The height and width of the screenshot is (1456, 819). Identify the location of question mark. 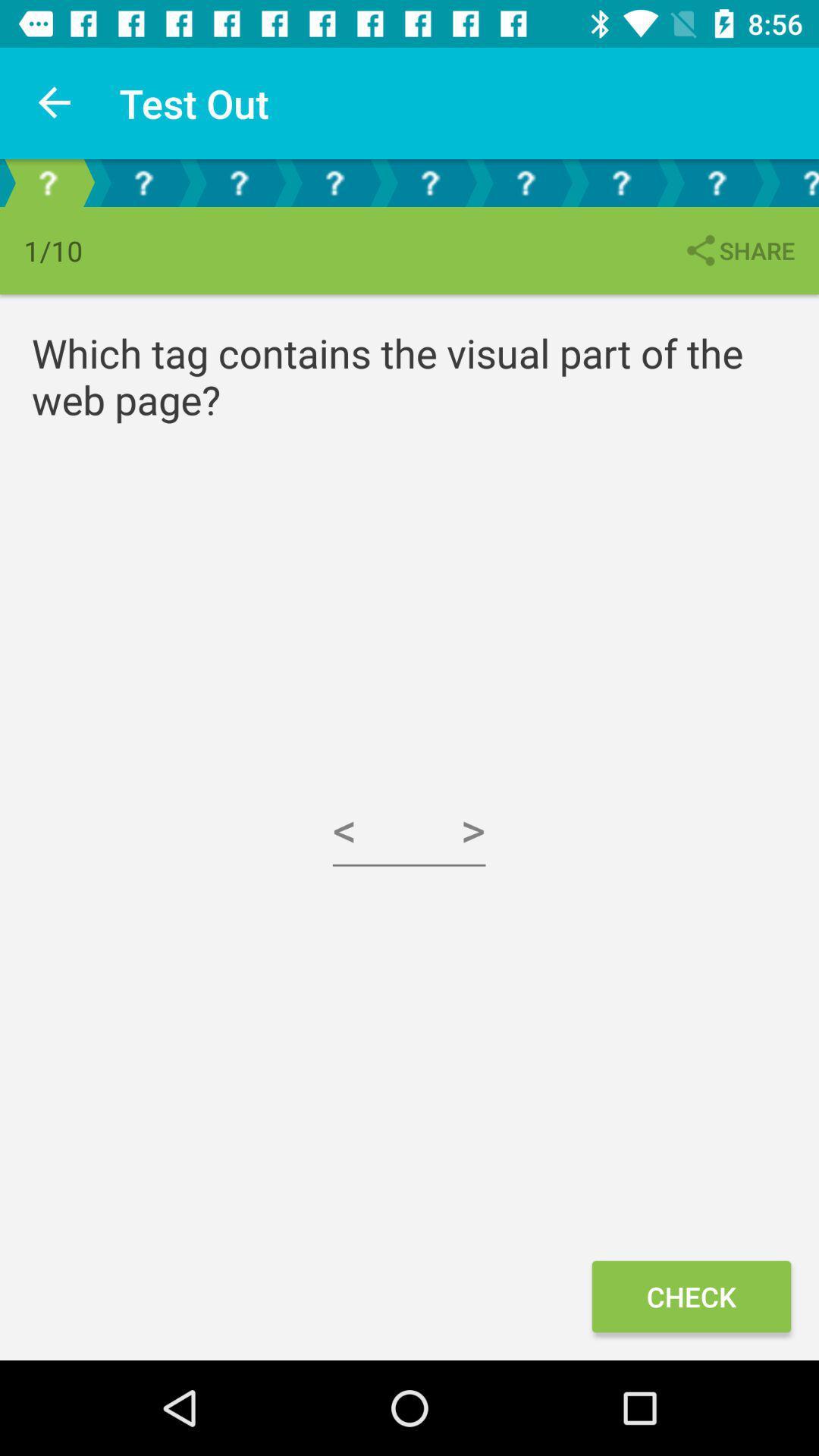
(791, 182).